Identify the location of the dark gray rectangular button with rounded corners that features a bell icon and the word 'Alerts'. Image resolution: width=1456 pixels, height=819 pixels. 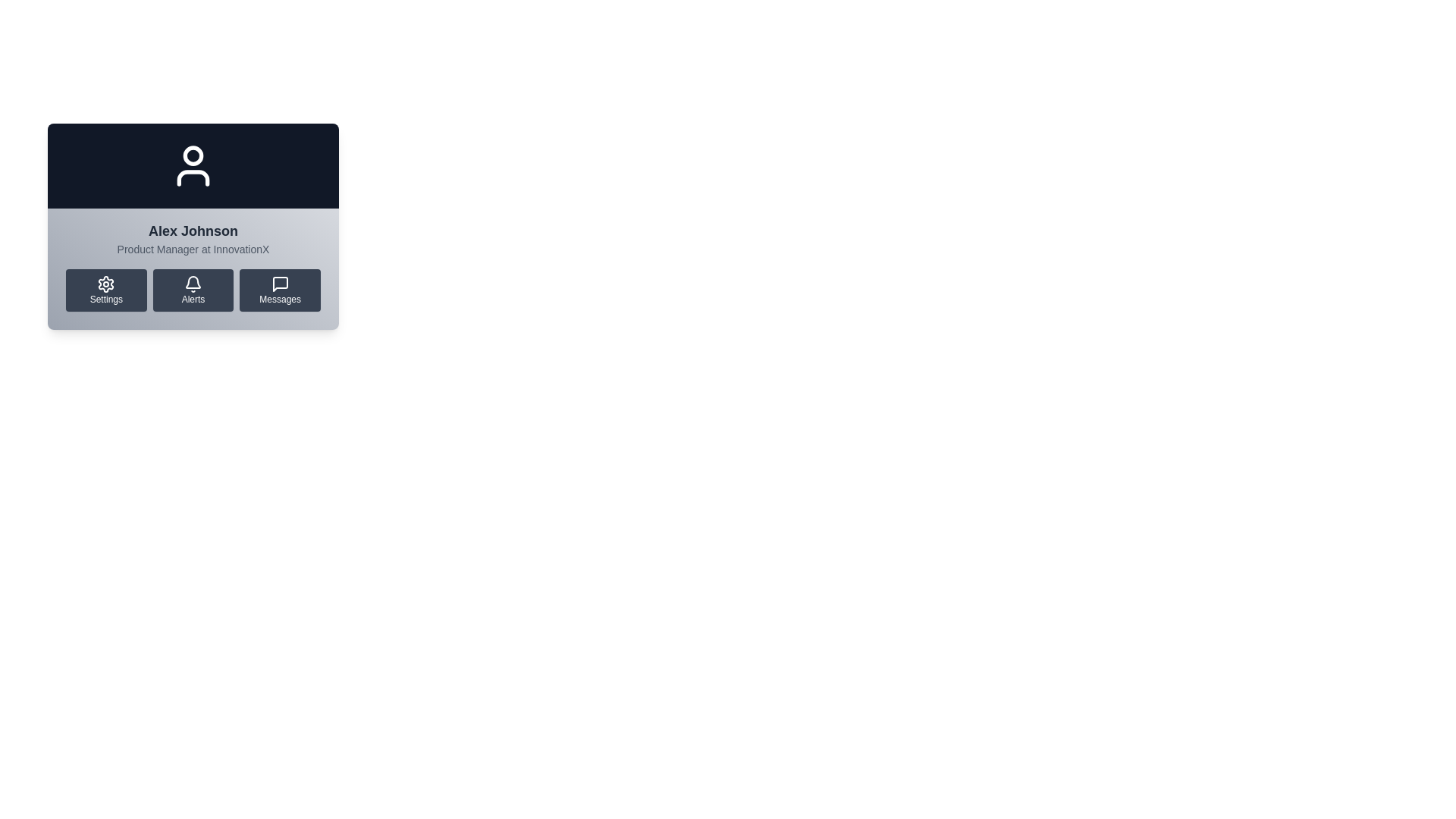
(192, 290).